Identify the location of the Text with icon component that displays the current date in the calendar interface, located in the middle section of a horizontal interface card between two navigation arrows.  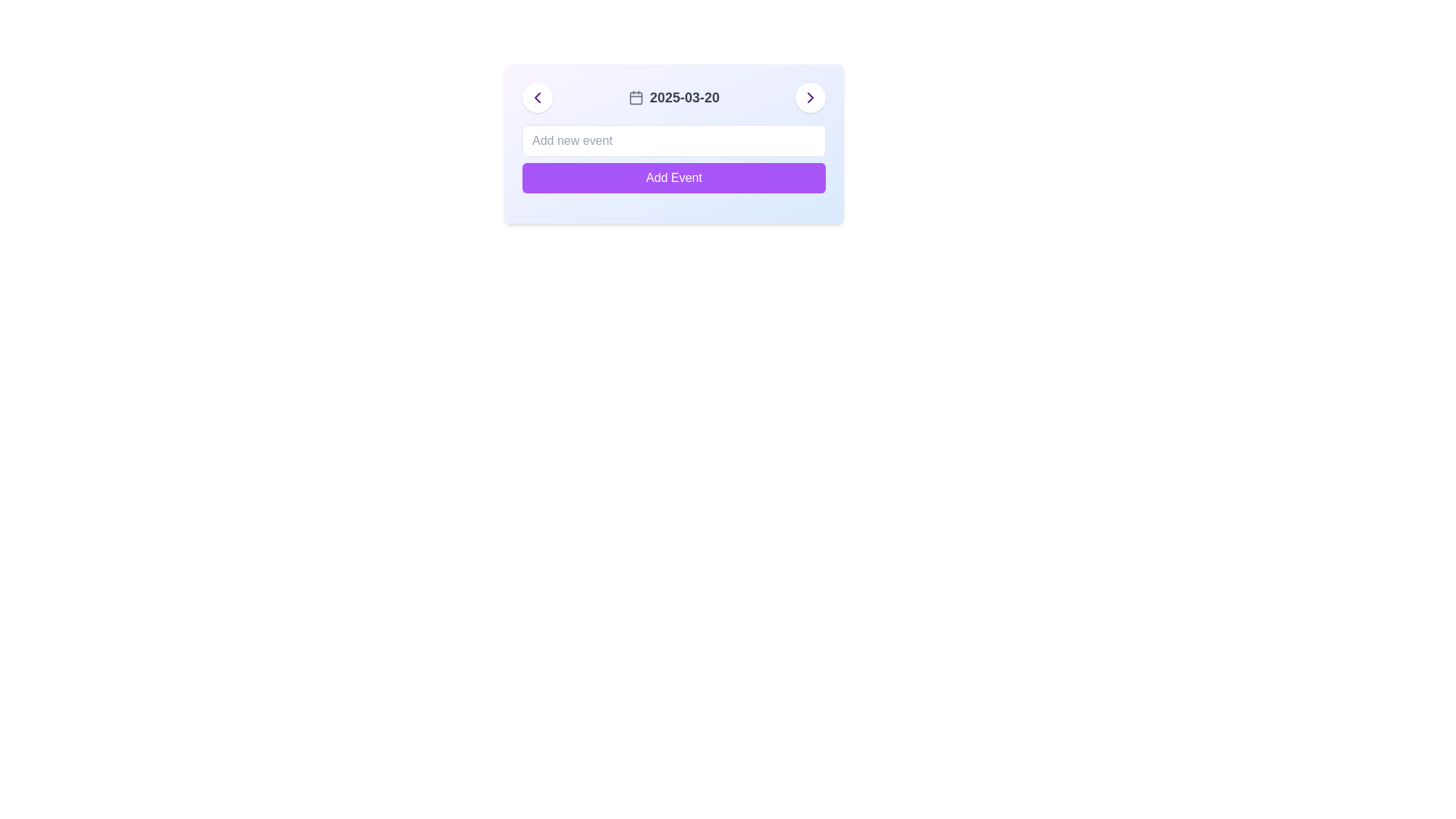
(673, 97).